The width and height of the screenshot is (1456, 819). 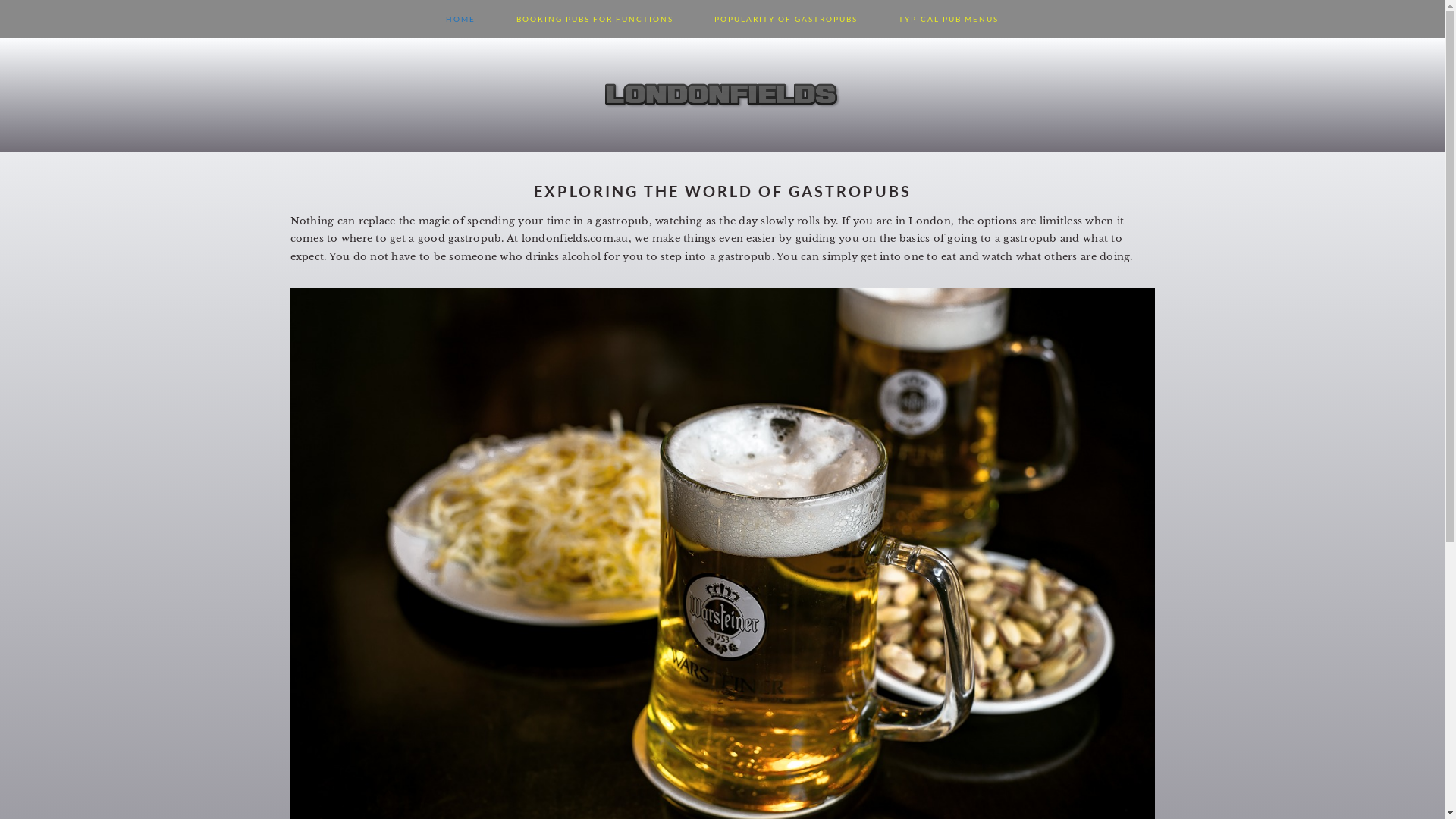 I want to click on 'HOME', so click(x=460, y=18).